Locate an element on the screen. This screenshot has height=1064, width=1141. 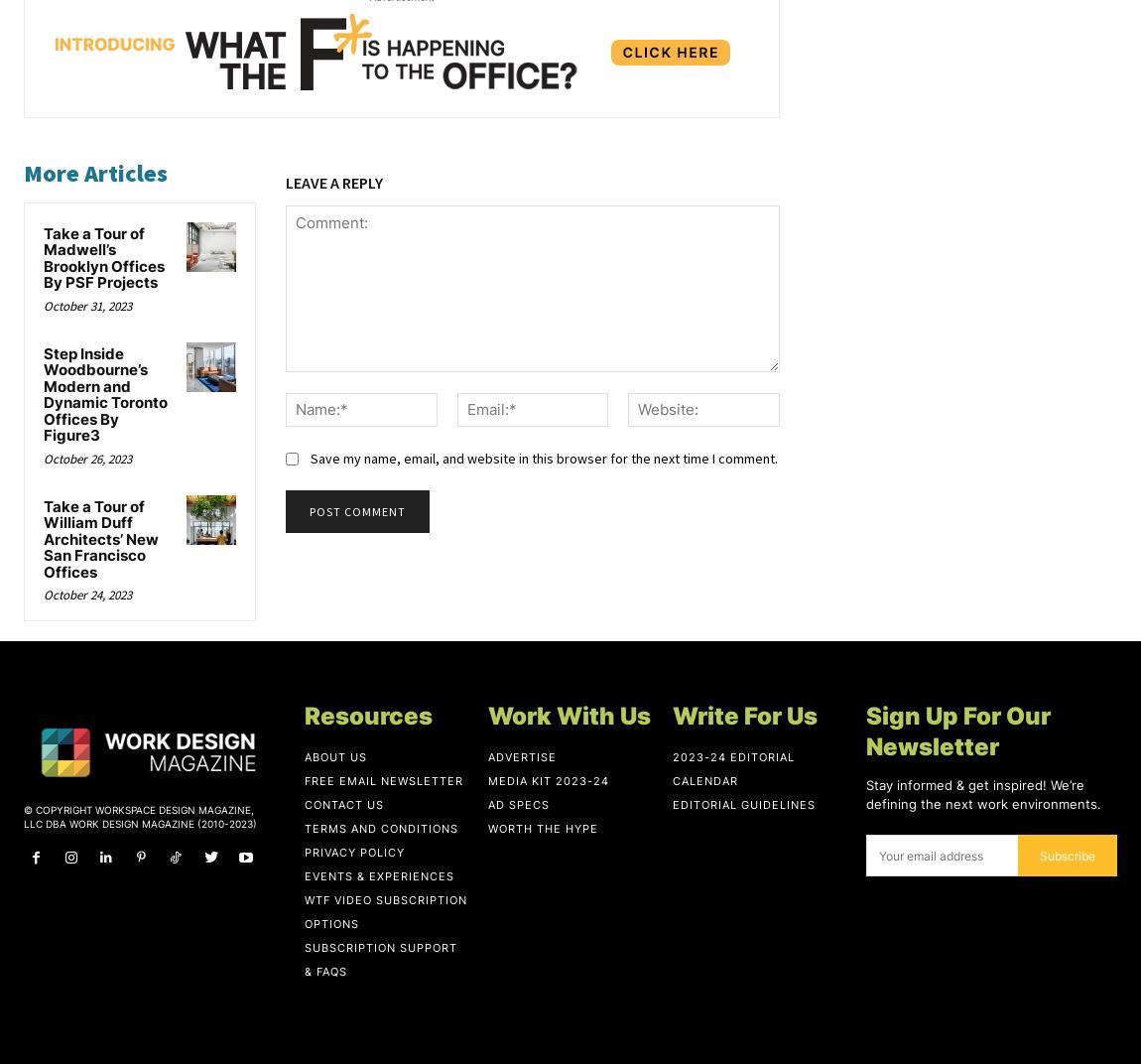
'About Us' is located at coordinates (335, 757).